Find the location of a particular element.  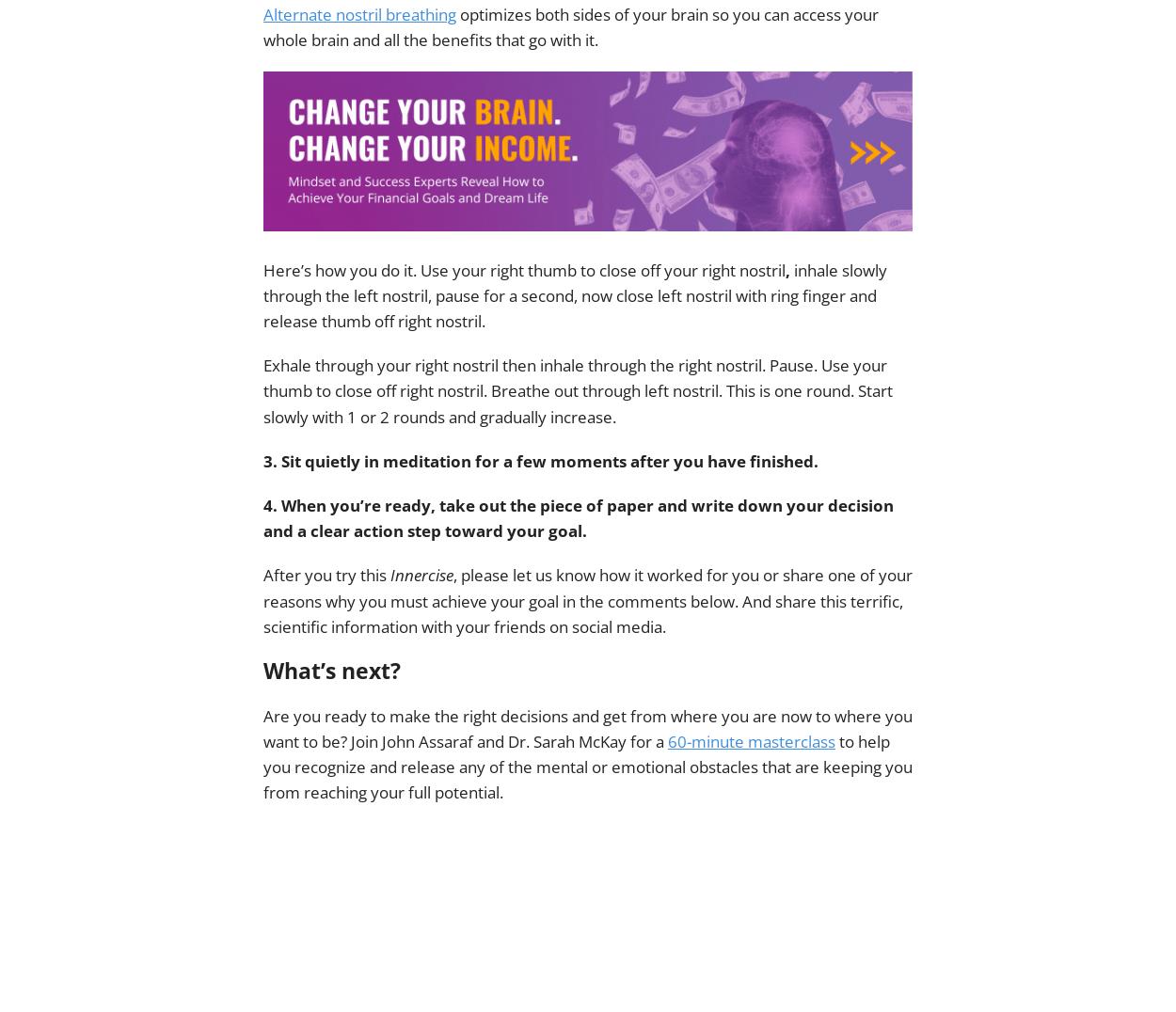

'Innercise' is located at coordinates (421, 575).